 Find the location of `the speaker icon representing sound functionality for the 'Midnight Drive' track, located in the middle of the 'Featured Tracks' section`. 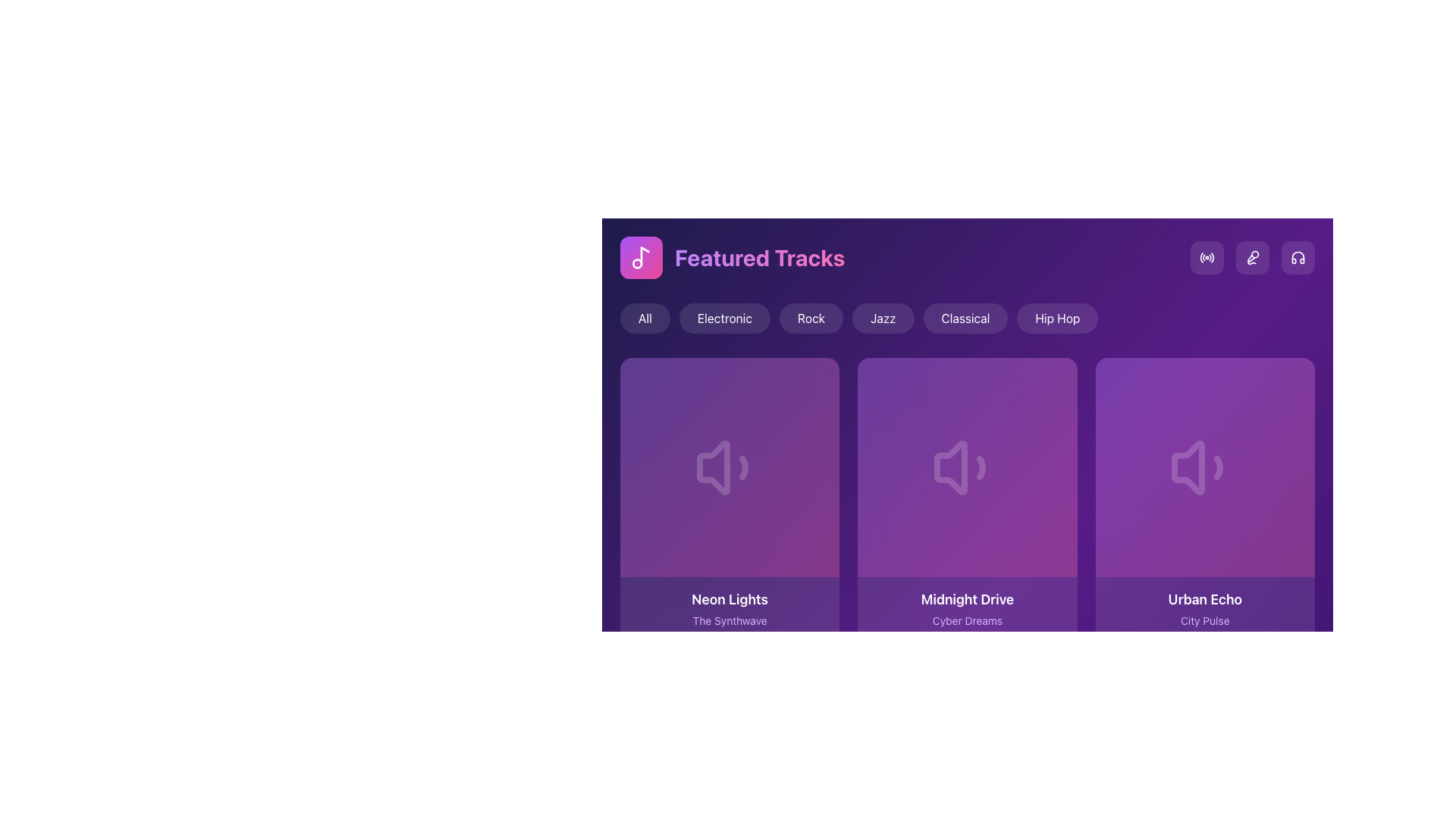

the speaker icon representing sound functionality for the 'Midnight Drive' track, located in the middle of the 'Featured Tracks' section is located at coordinates (967, 466).